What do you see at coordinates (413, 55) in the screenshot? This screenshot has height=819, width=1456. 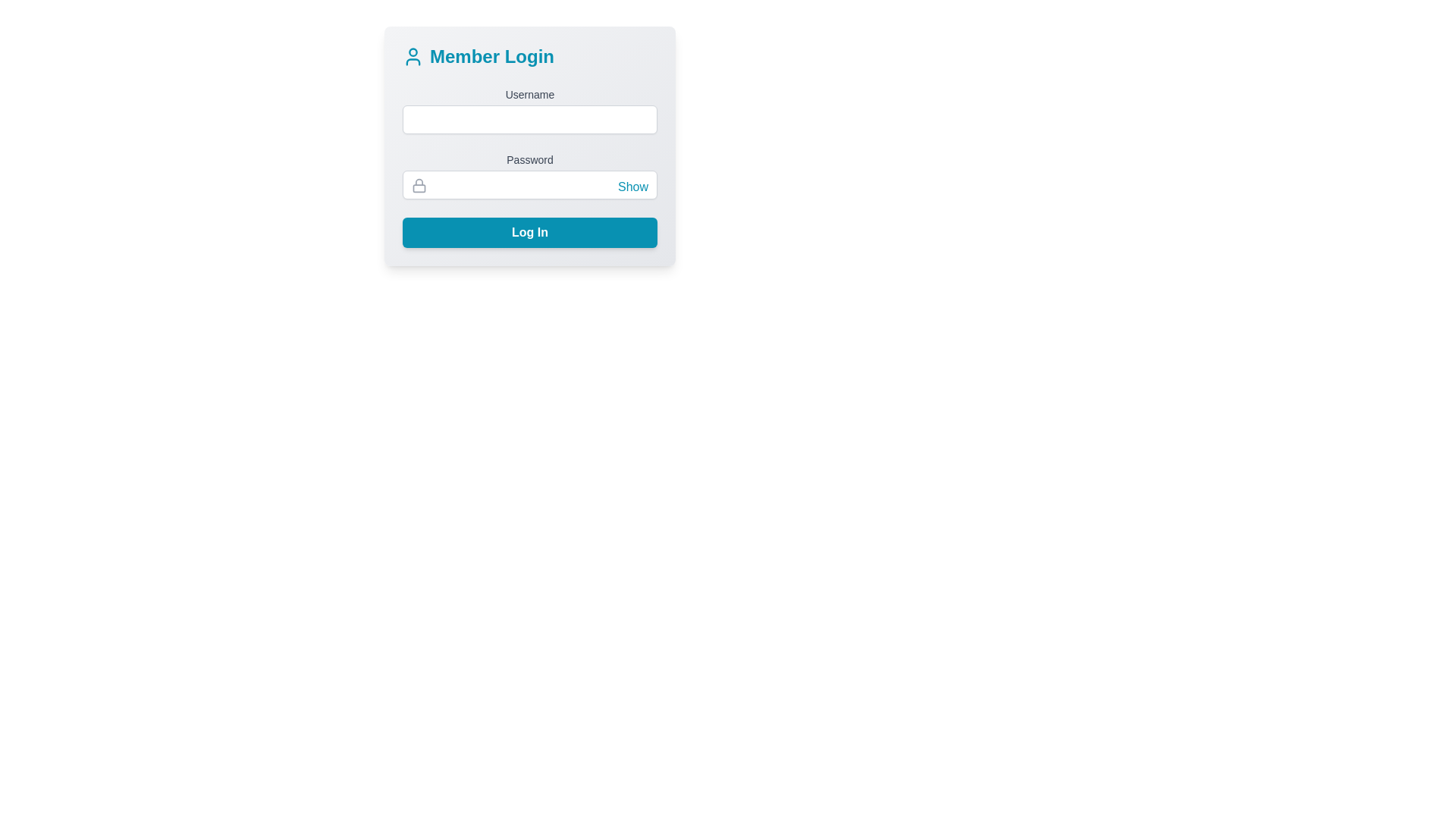 I see `the user icon, which is a blue circular head with a curved body outline, located to the left of the 'Member Login' text in the header section of the login form` at bounding box center [413, 55].